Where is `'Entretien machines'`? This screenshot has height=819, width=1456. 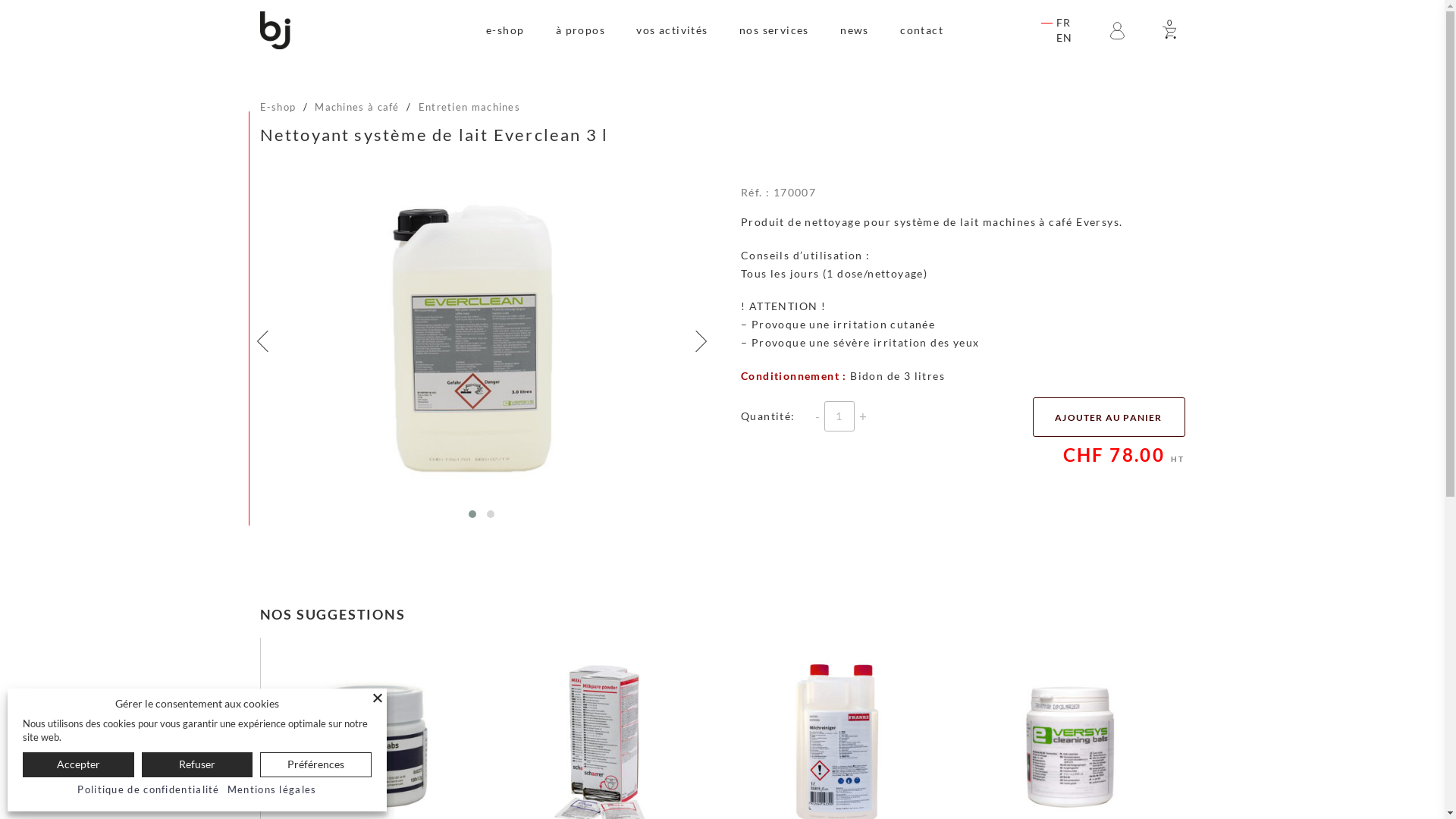
'Entretien machines' is located at coordinates (469, 106).